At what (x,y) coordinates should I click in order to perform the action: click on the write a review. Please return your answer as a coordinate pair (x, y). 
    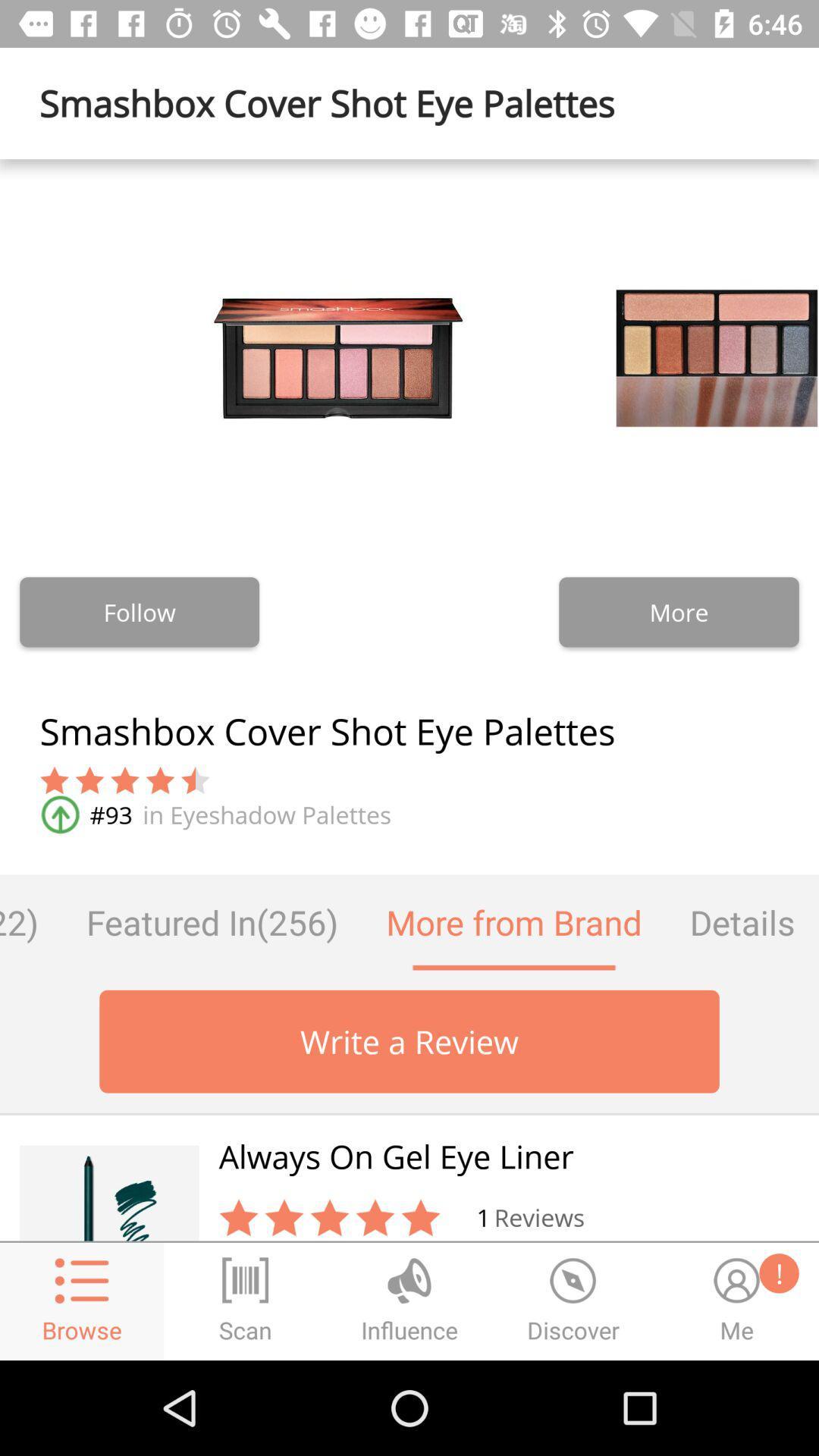
    Looking at the image, I should click on (409, 1040).